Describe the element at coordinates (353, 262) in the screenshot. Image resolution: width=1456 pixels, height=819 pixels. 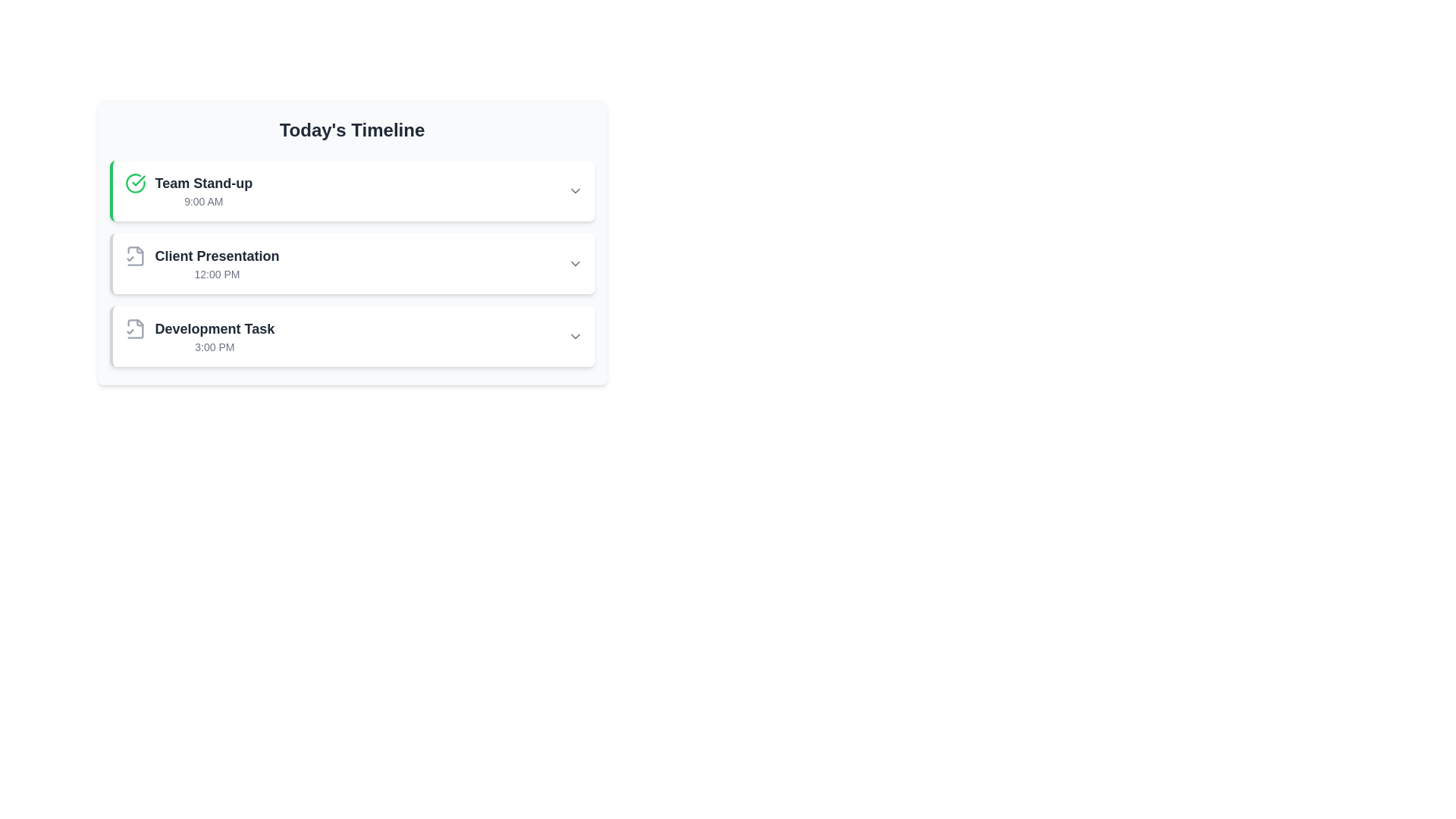
I see `the interactive list item titled 'Client Presentation'` at that location.